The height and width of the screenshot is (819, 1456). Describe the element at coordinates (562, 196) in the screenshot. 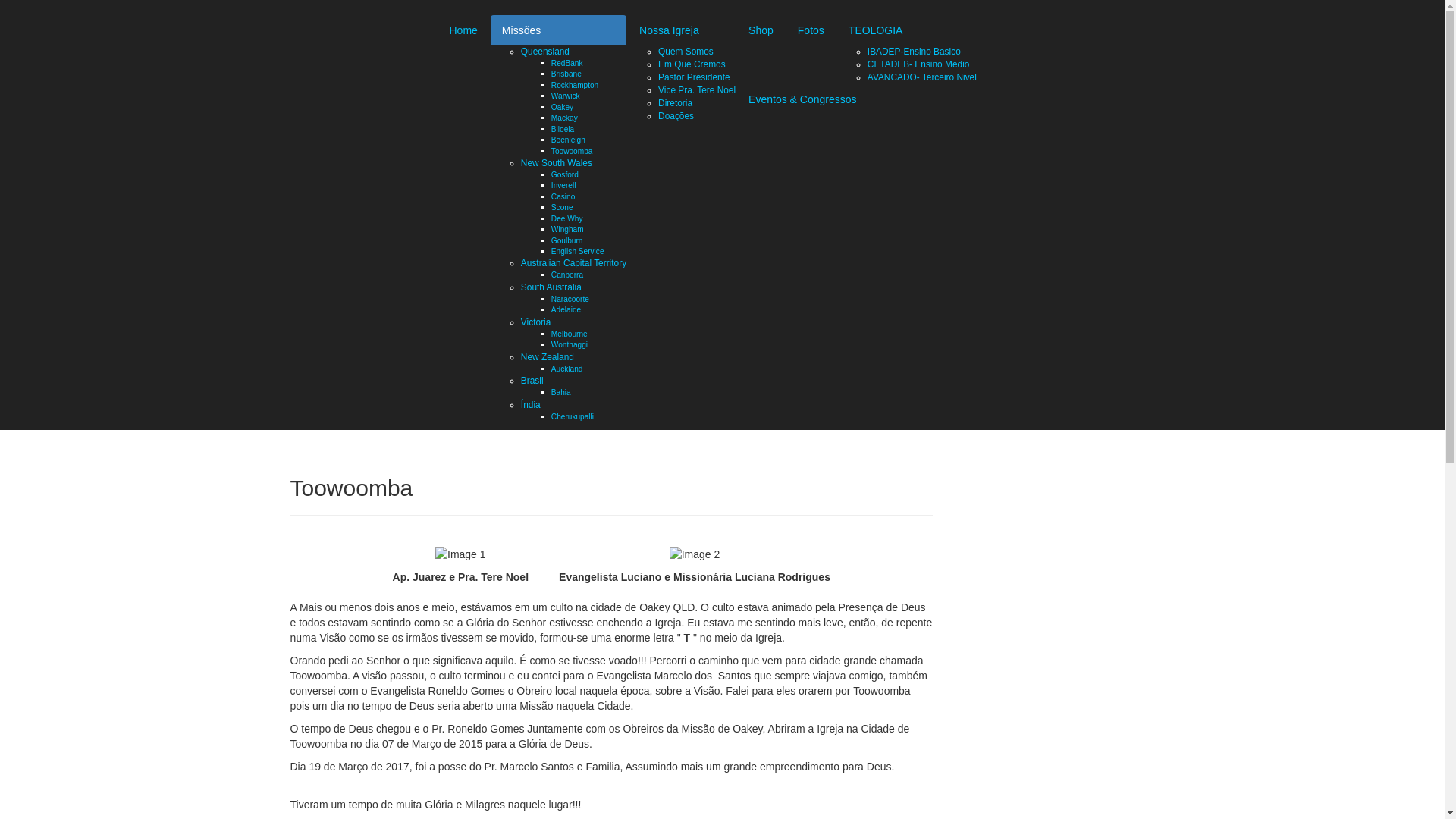

I see `'Casino'` at that location.